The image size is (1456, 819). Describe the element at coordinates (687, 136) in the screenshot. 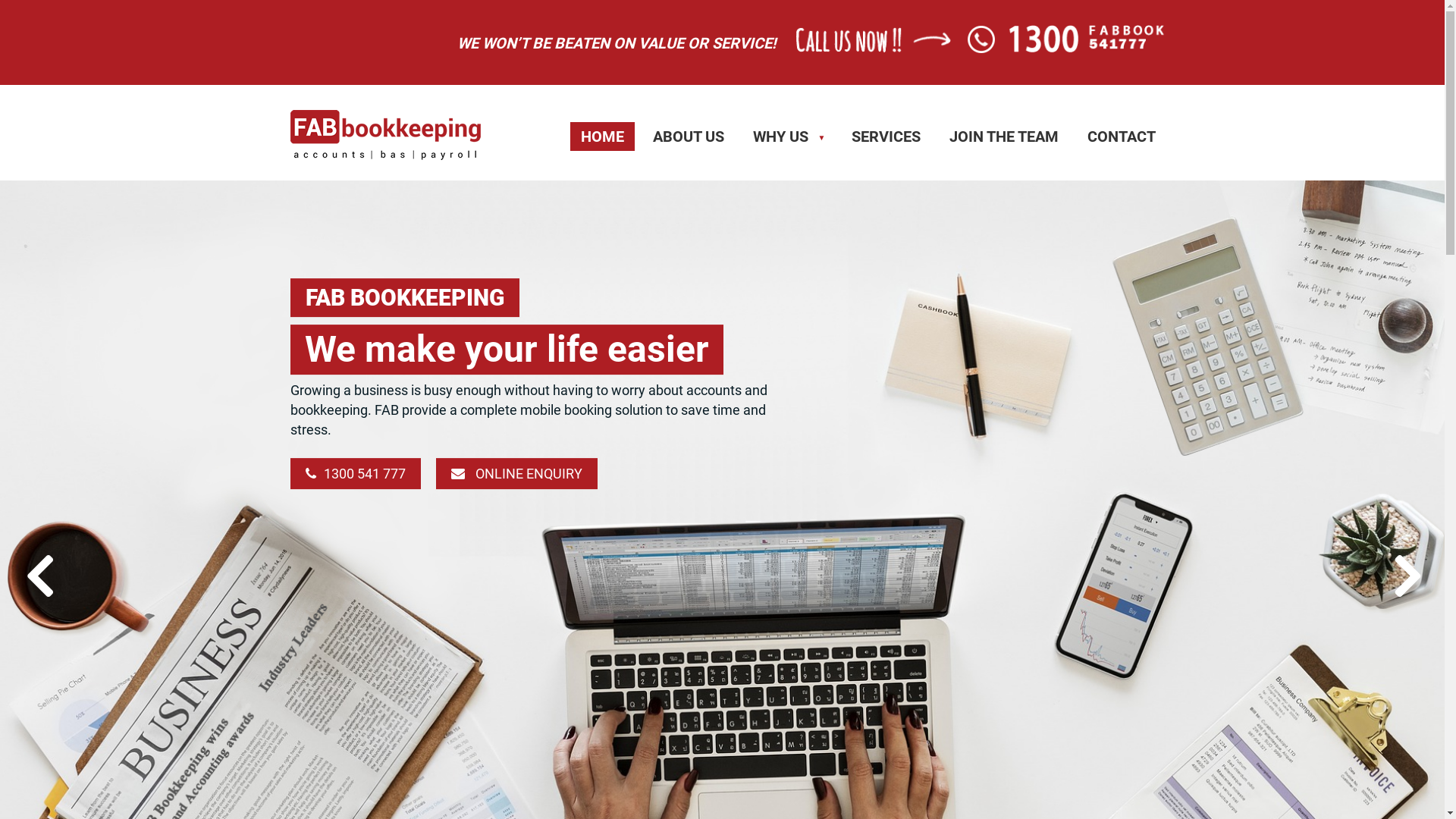

I see `'ABOUT US'` at that location.